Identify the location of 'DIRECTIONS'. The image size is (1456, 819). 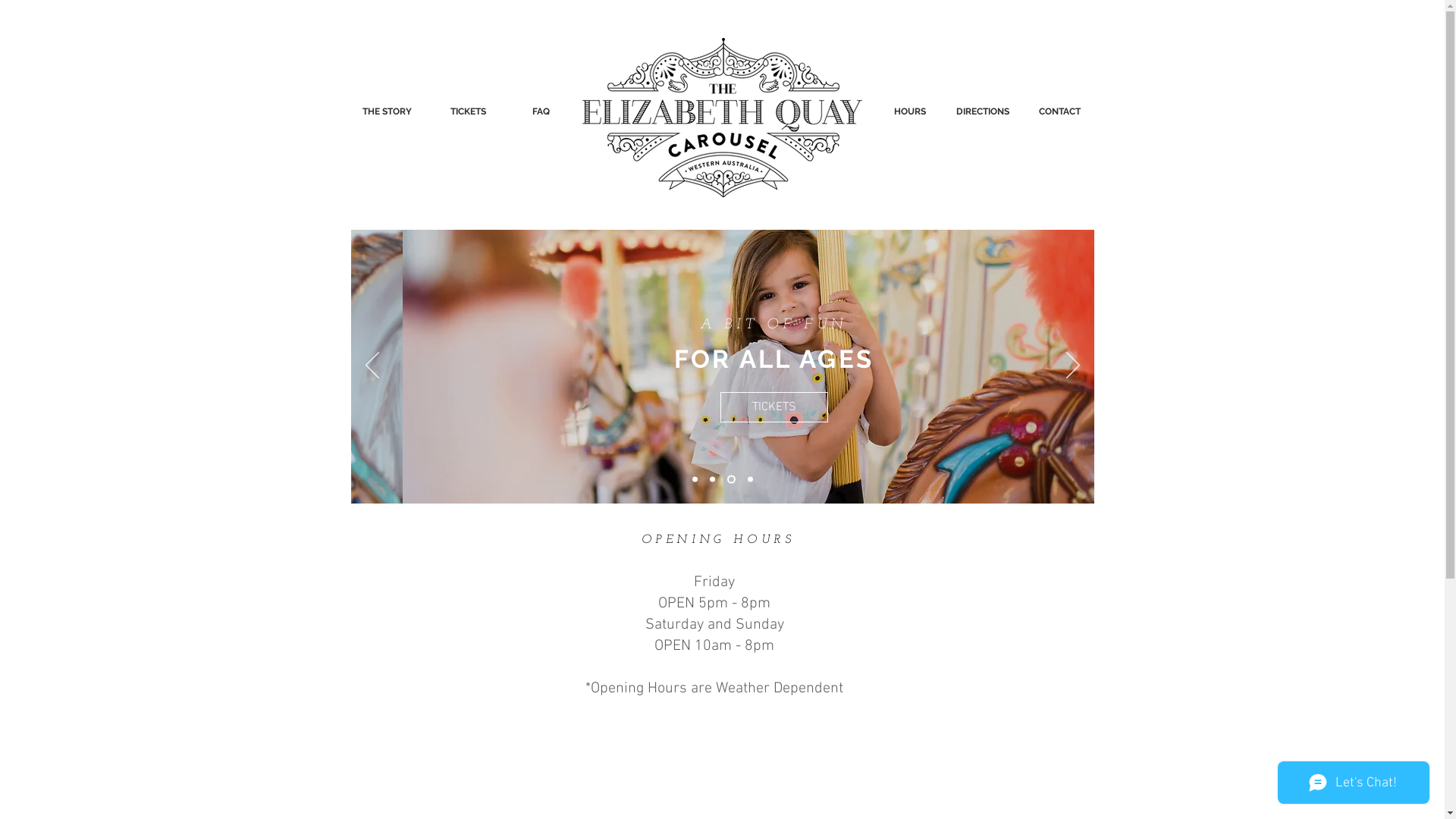
(983, 110).